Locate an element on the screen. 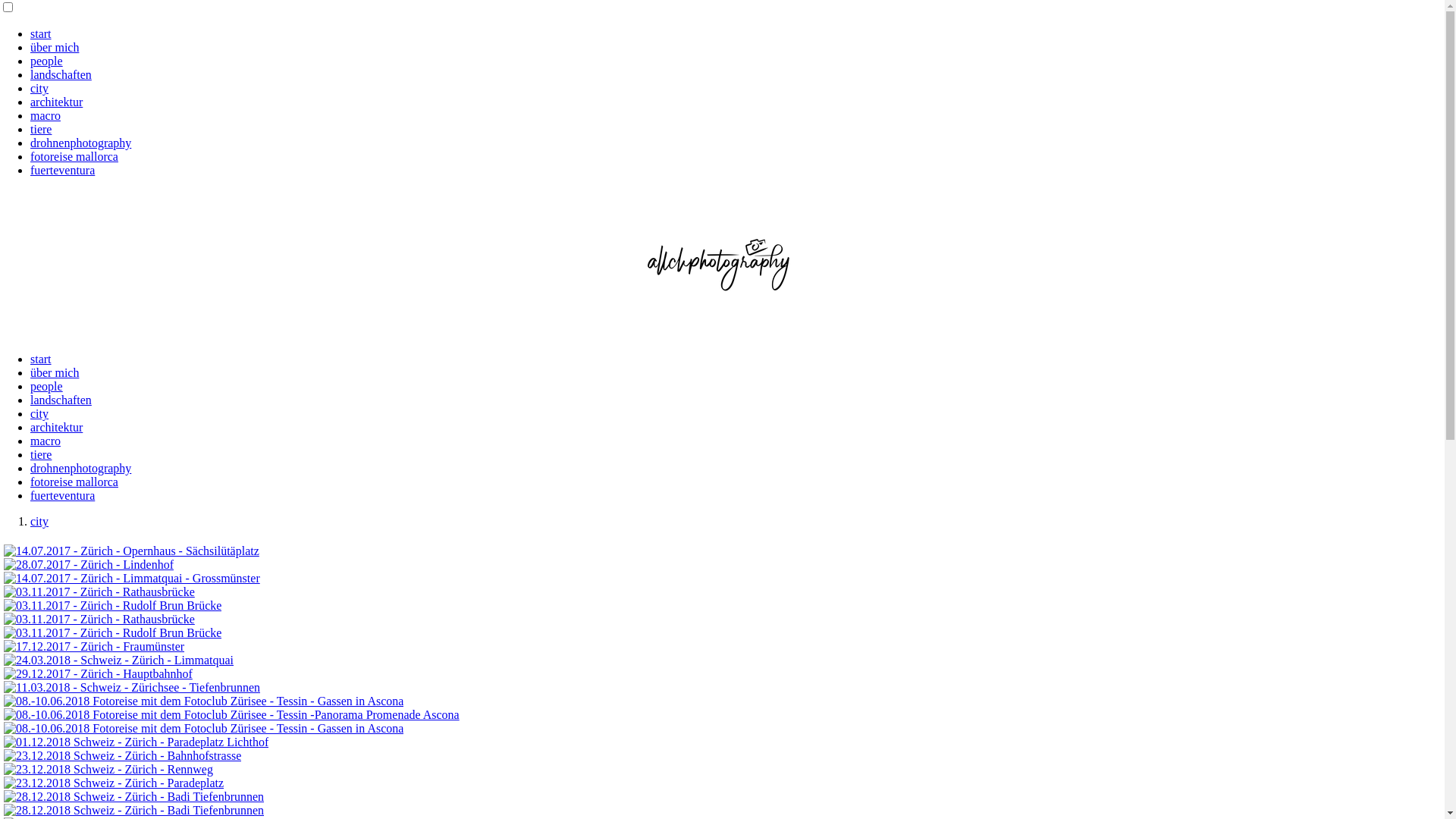 Image resolution: width=1456 pixels, height=819 pixels. 'start' is located at coordinates (40, 359).